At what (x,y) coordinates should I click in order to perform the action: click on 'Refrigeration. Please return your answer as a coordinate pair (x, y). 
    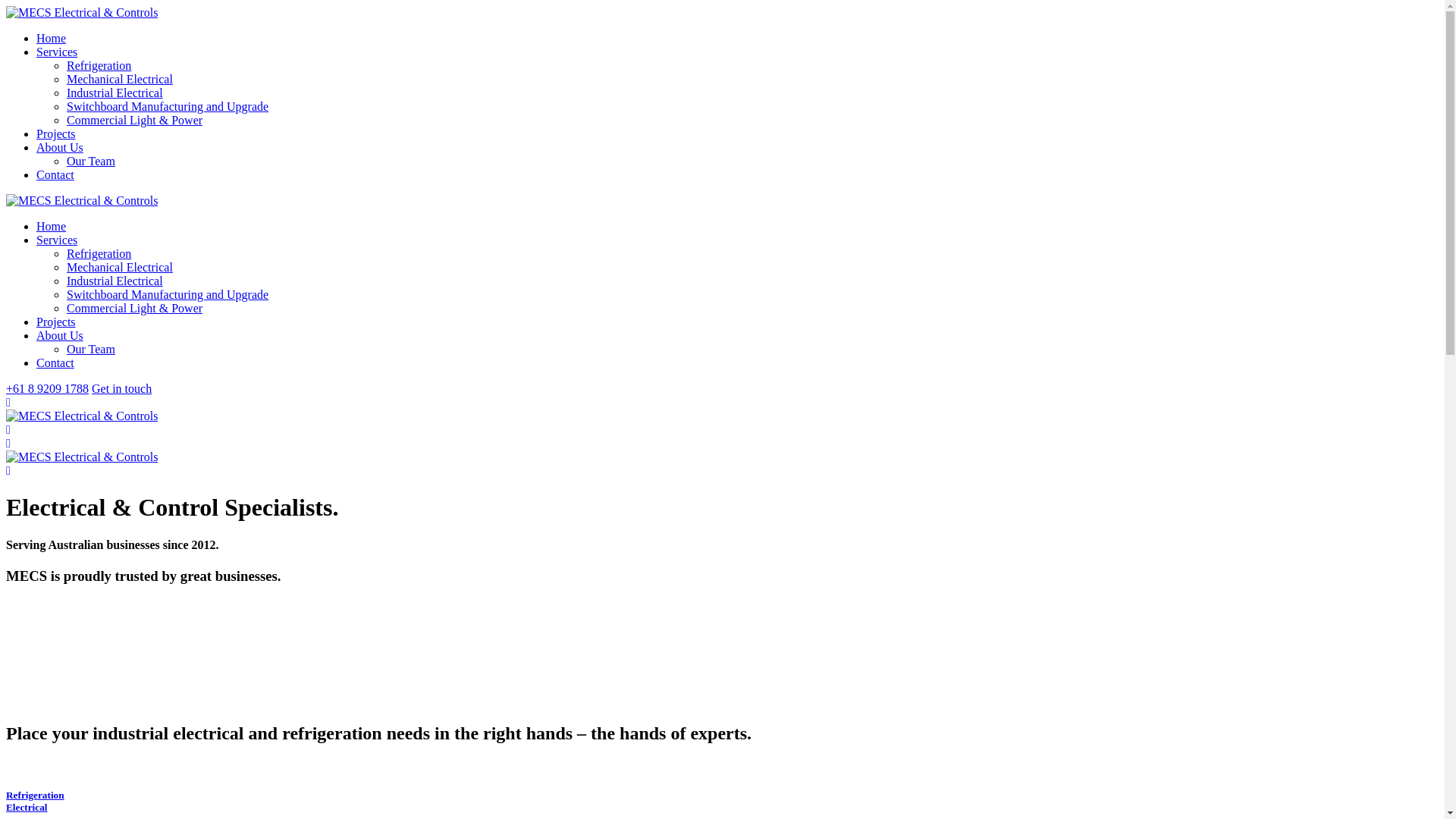
    Looking at the image, I should click on (6, 800).